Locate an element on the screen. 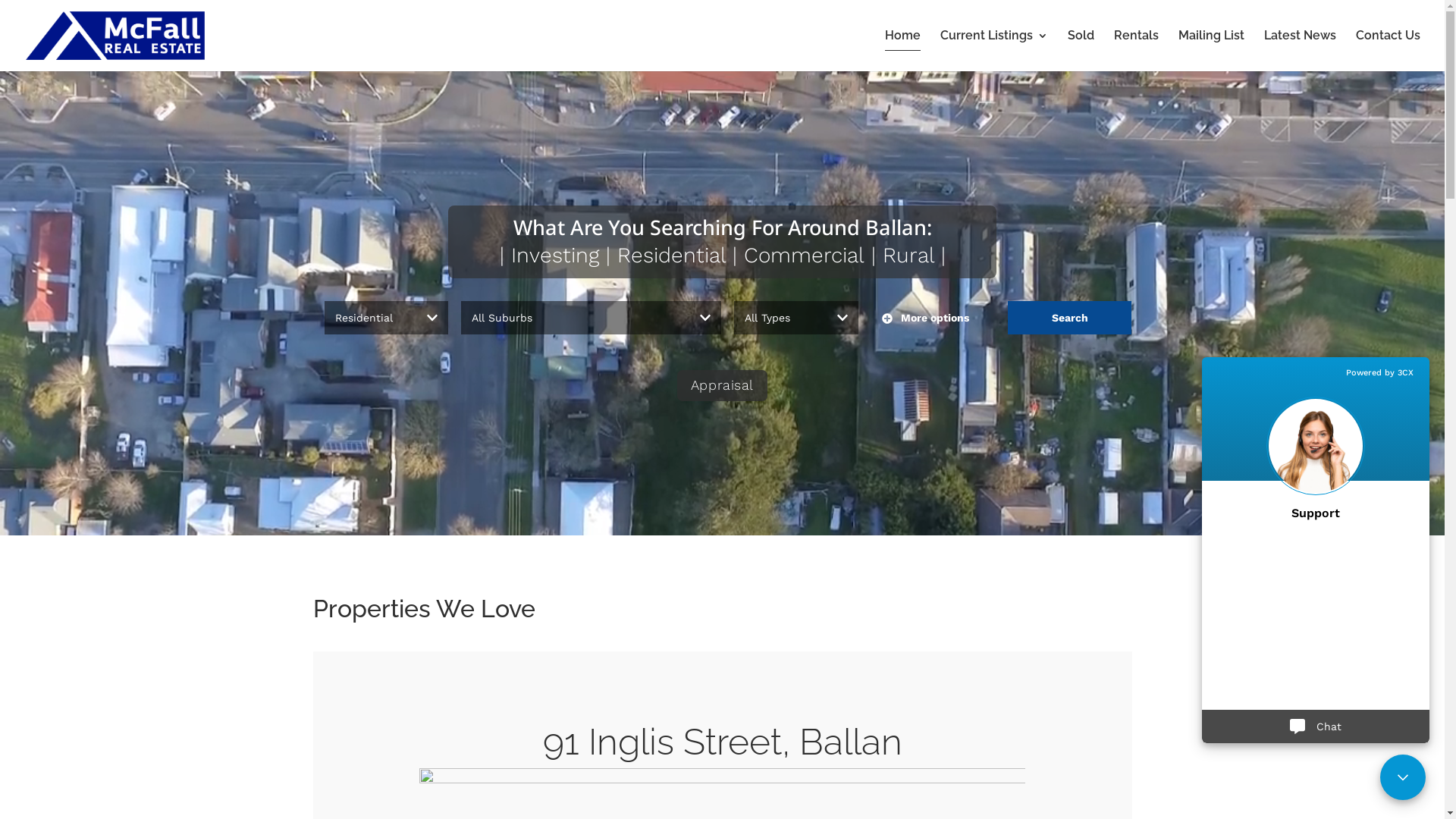 The height and width of the screenshot is (819, 1456). 'Current Listings' is located at coordinates (939, 49).